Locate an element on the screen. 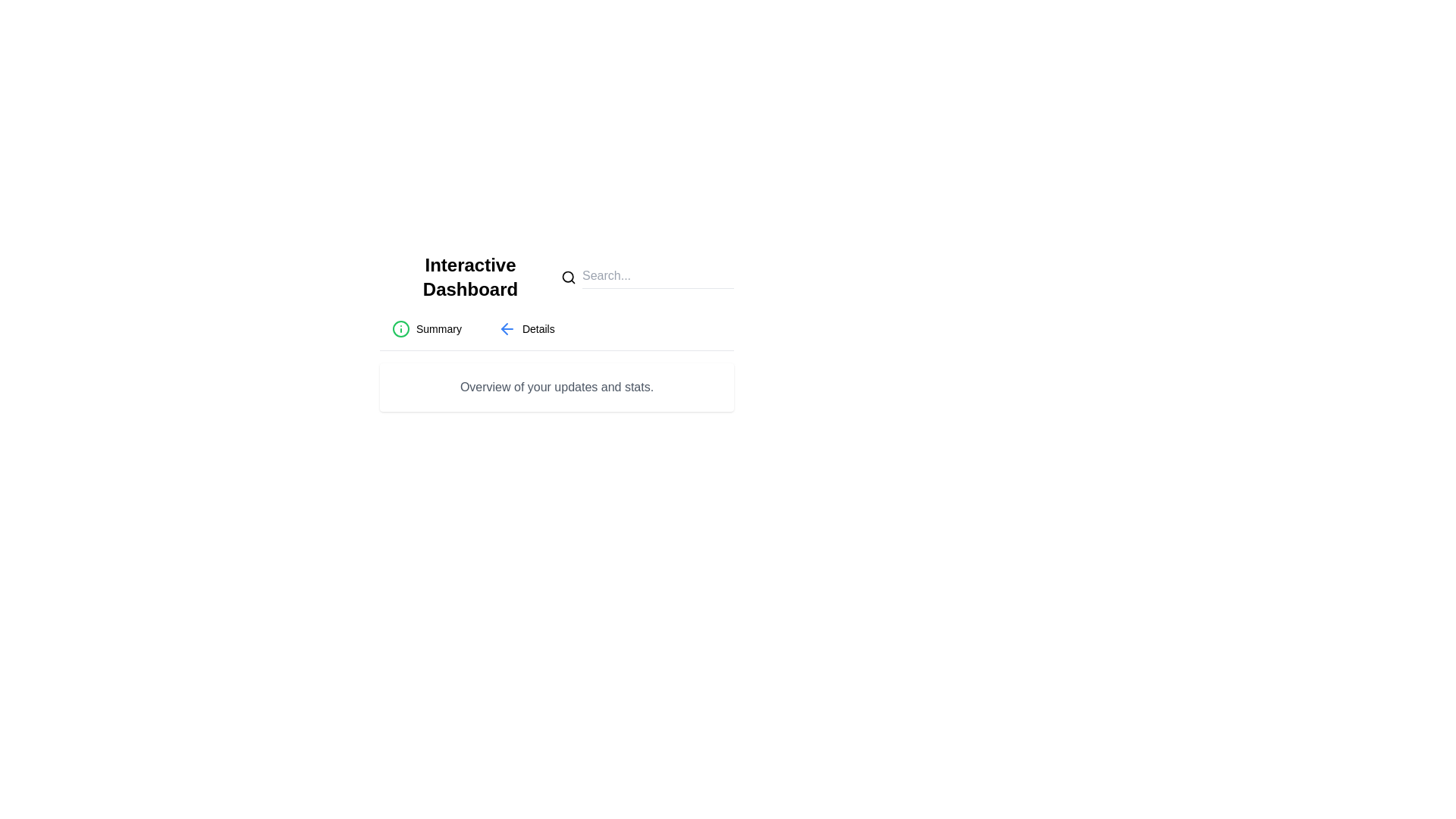 This screenshot has height=819, width=1456. the tab labeled Summary to switch to its content is located at coordinates (425, 328).